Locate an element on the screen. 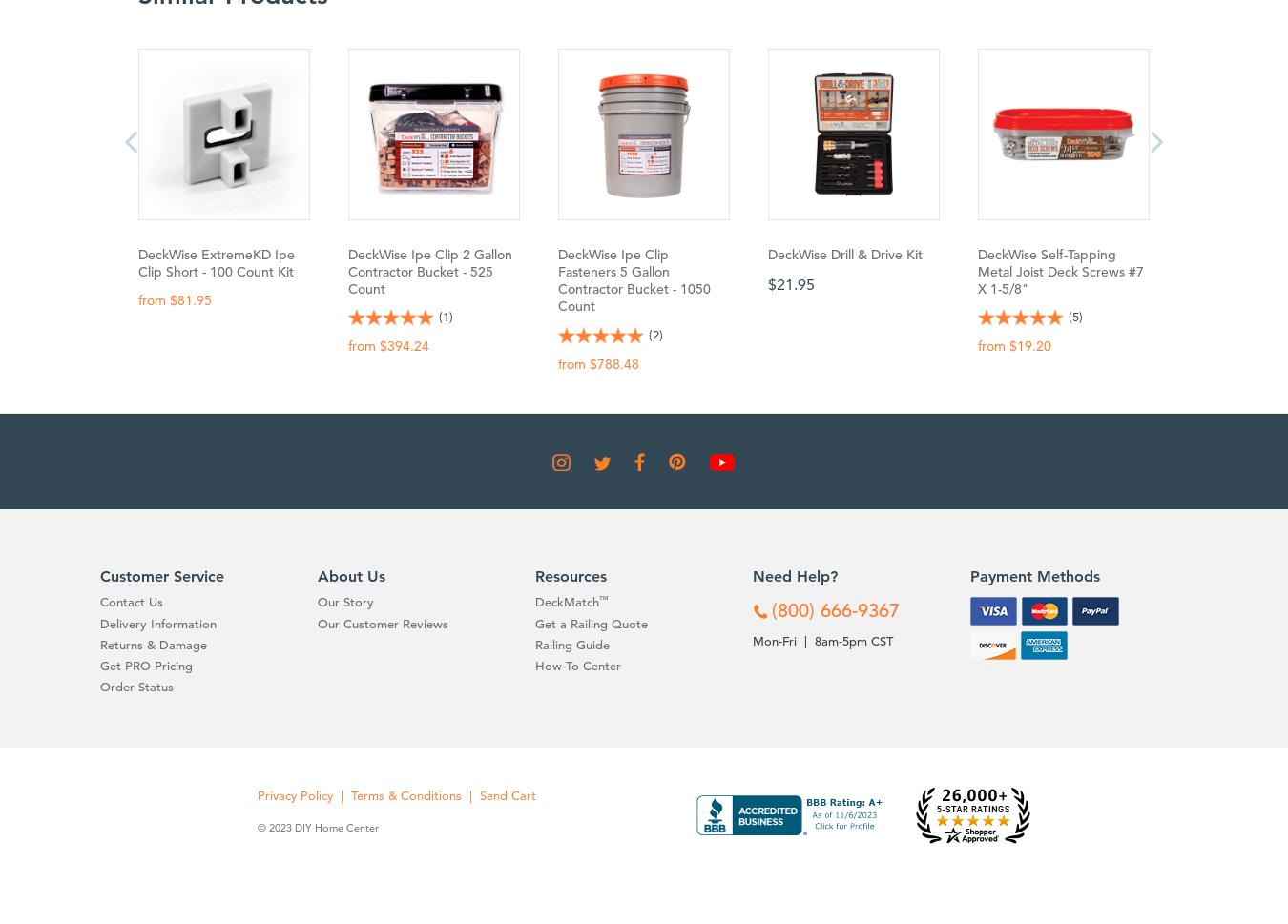 This screenshot has width=1288, height=924. 'Get a Railing Quote' is located at coordinates (592, 623).